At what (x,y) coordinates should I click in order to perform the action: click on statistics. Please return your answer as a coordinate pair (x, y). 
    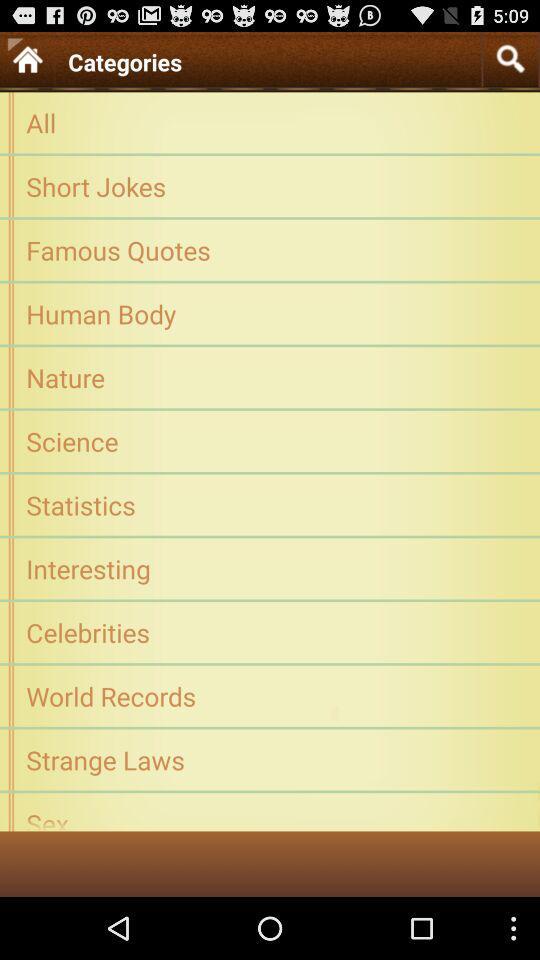
    Looking at the image, I should click on (270, 503).